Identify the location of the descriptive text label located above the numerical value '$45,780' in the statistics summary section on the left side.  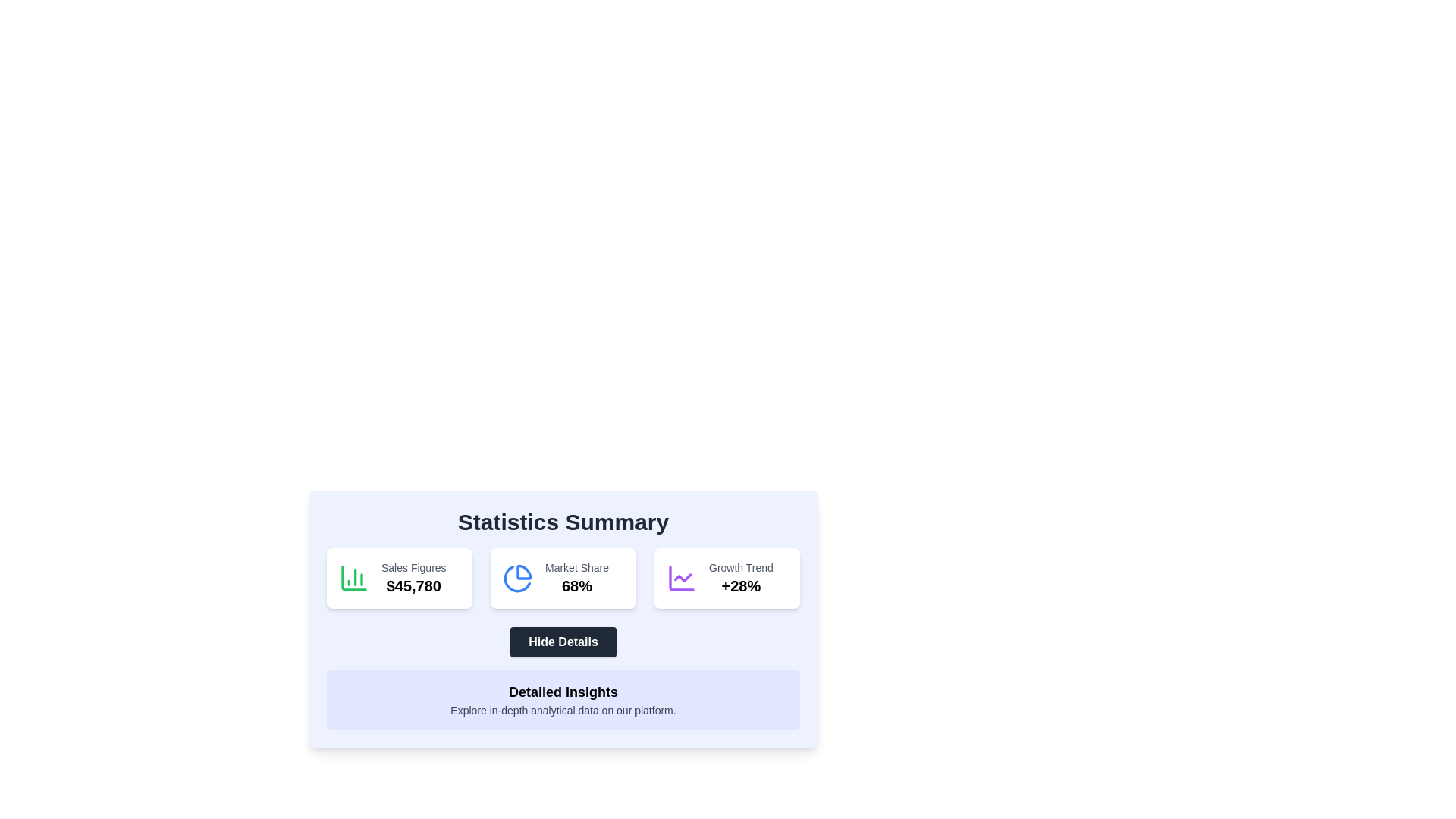
(413, 567).